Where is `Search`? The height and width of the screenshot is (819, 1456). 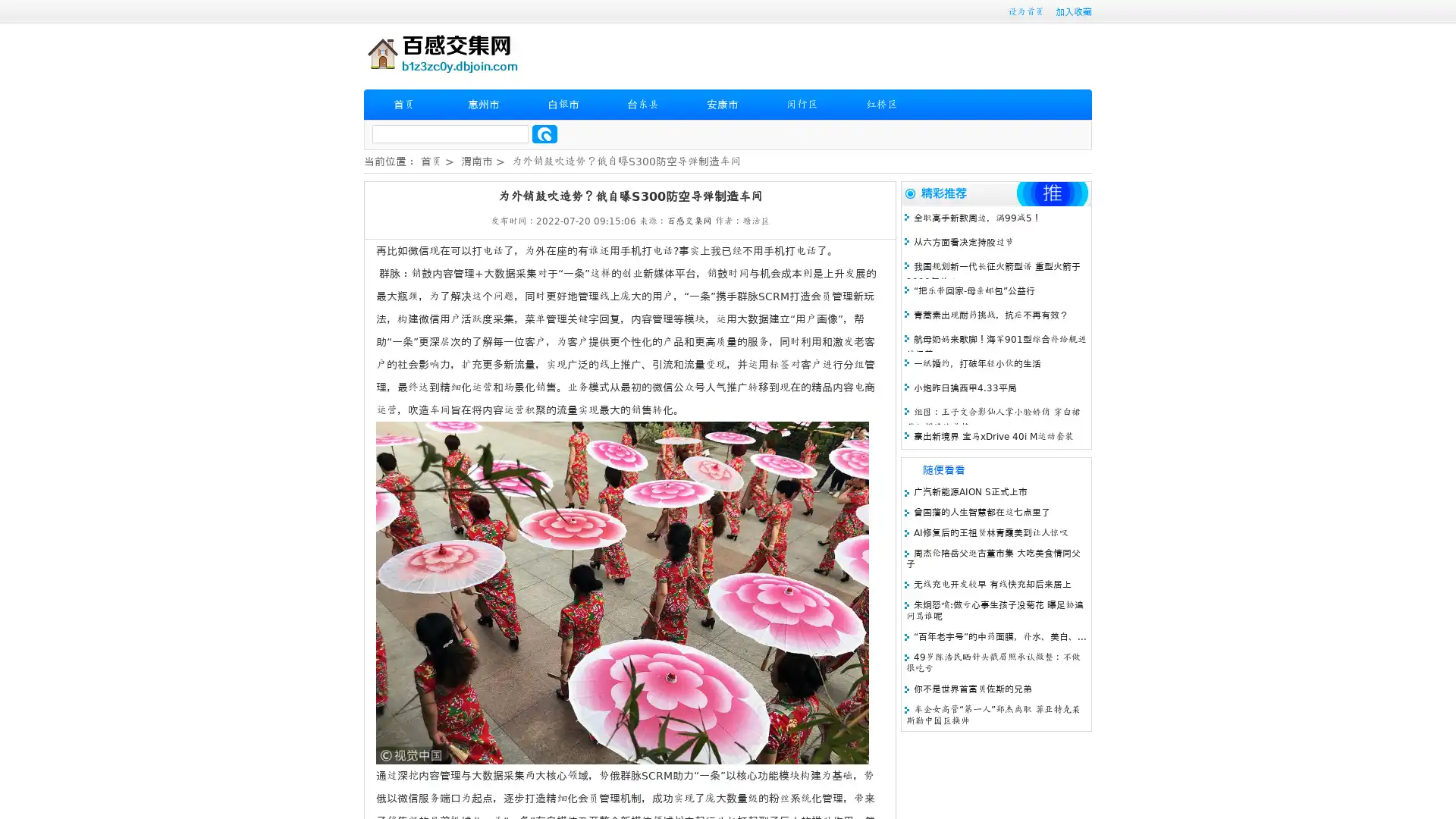
Search is located at coordinates (544, 133).